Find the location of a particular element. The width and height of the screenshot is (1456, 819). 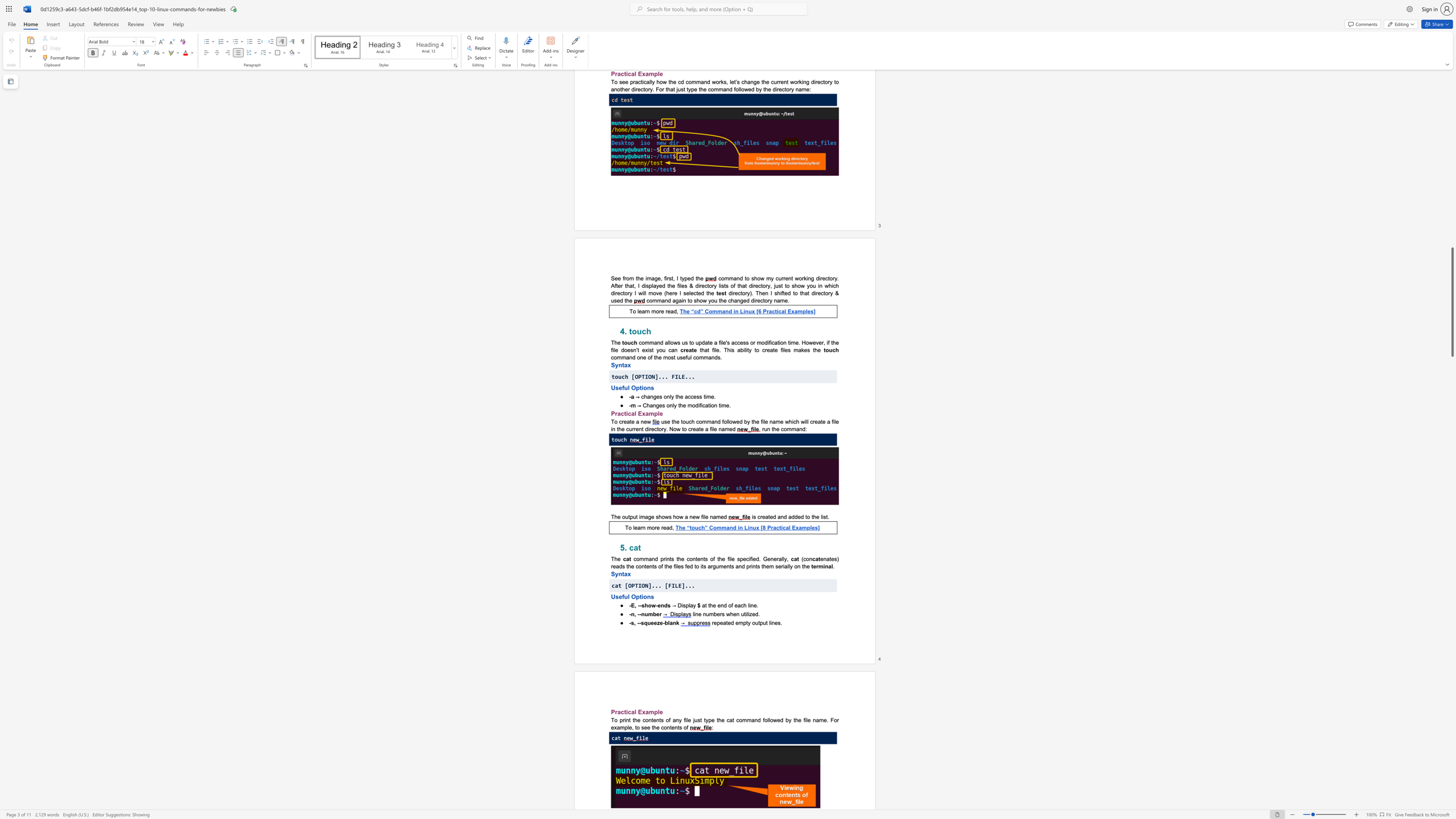

the 1th character "→" in the text is located at coordinates (674, 605).